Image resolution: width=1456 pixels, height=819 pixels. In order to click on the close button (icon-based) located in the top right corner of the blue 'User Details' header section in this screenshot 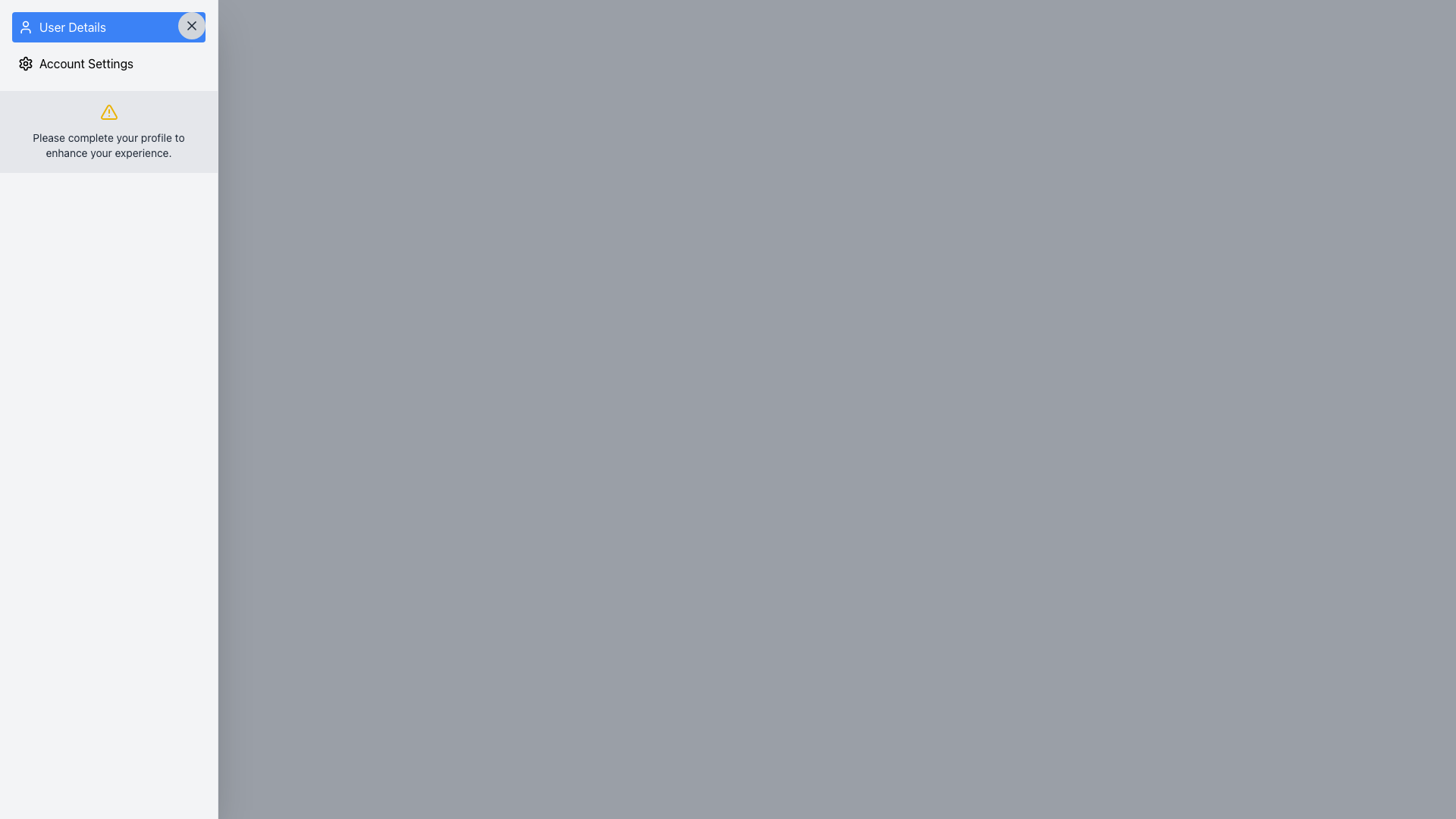, I will do `click(191, 26)`.